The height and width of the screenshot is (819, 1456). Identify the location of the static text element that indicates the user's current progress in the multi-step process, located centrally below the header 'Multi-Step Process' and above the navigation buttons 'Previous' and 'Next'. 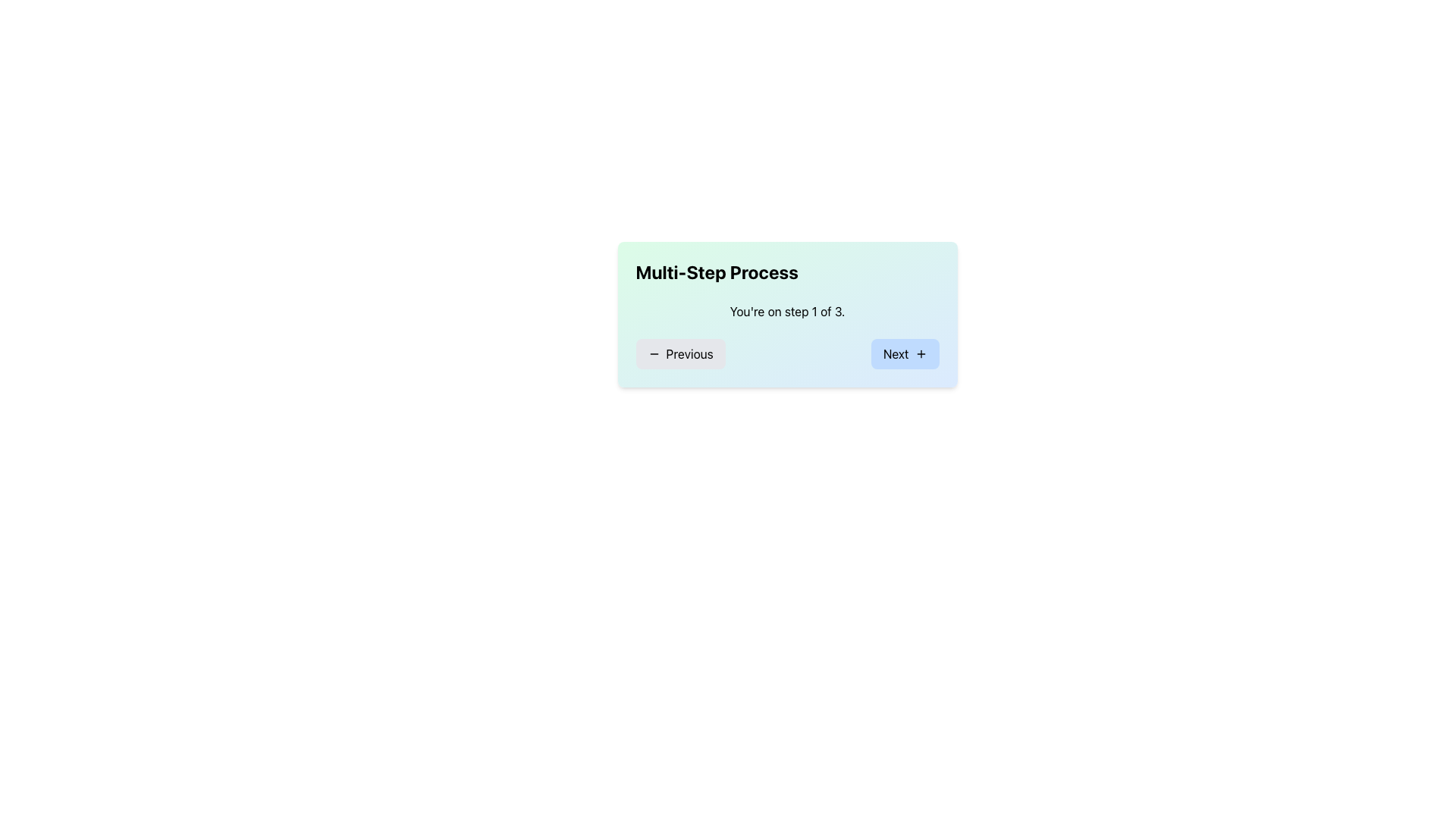
(787, 311).